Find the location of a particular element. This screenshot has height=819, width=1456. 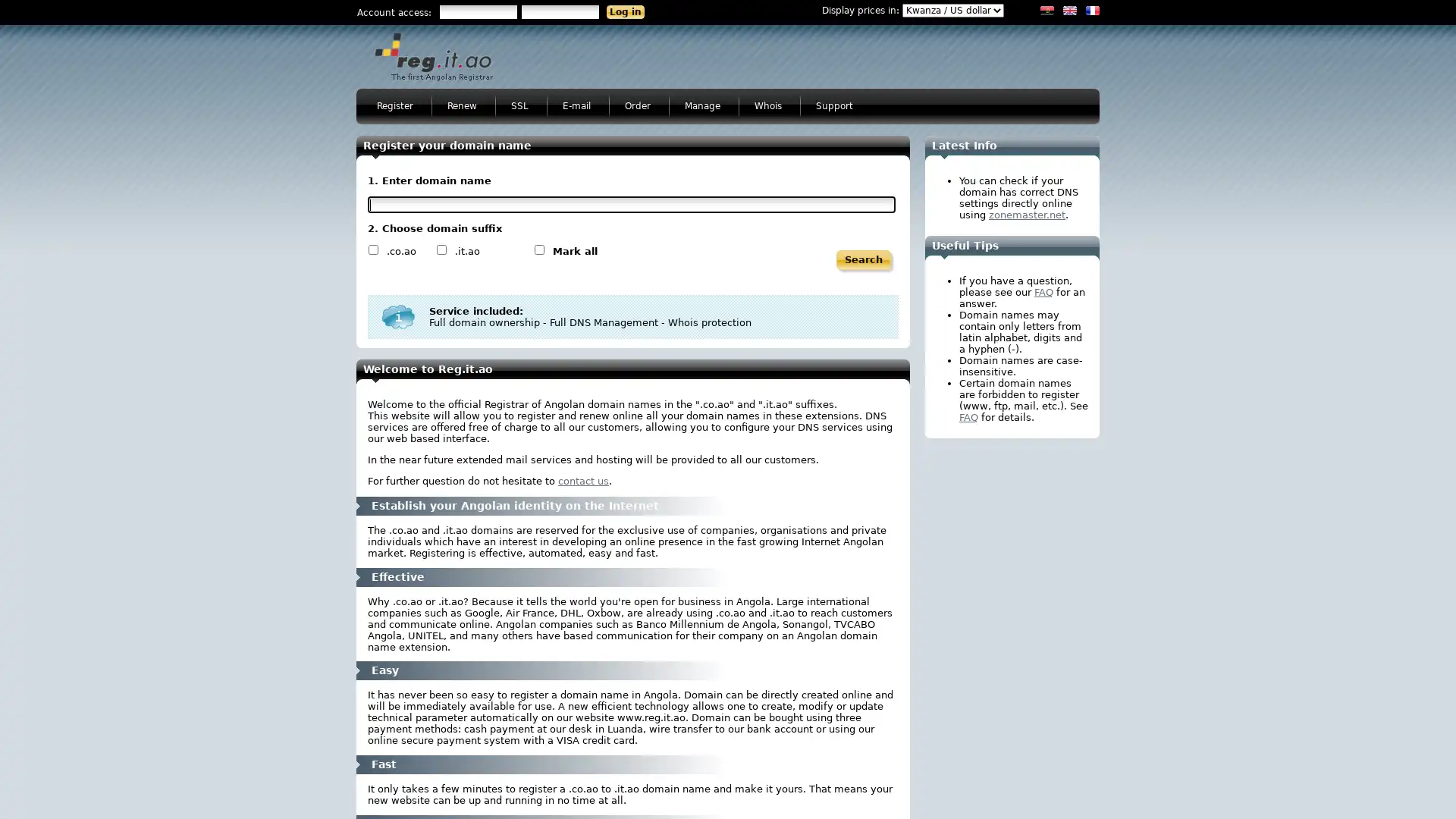

Search is located at coordinates (863, 259).